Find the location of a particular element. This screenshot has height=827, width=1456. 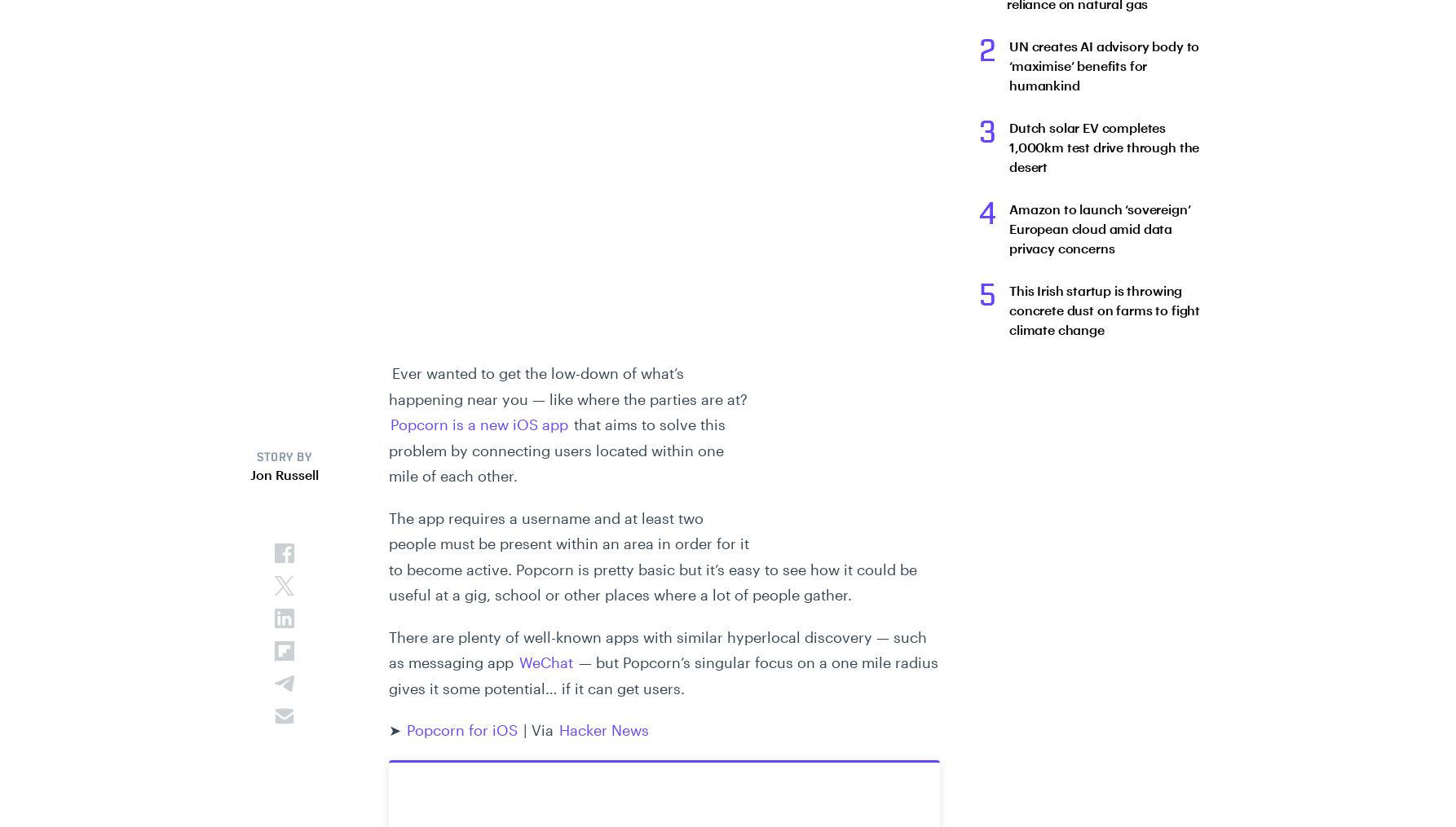

'WeChat' is located at coordinates (519, 662).